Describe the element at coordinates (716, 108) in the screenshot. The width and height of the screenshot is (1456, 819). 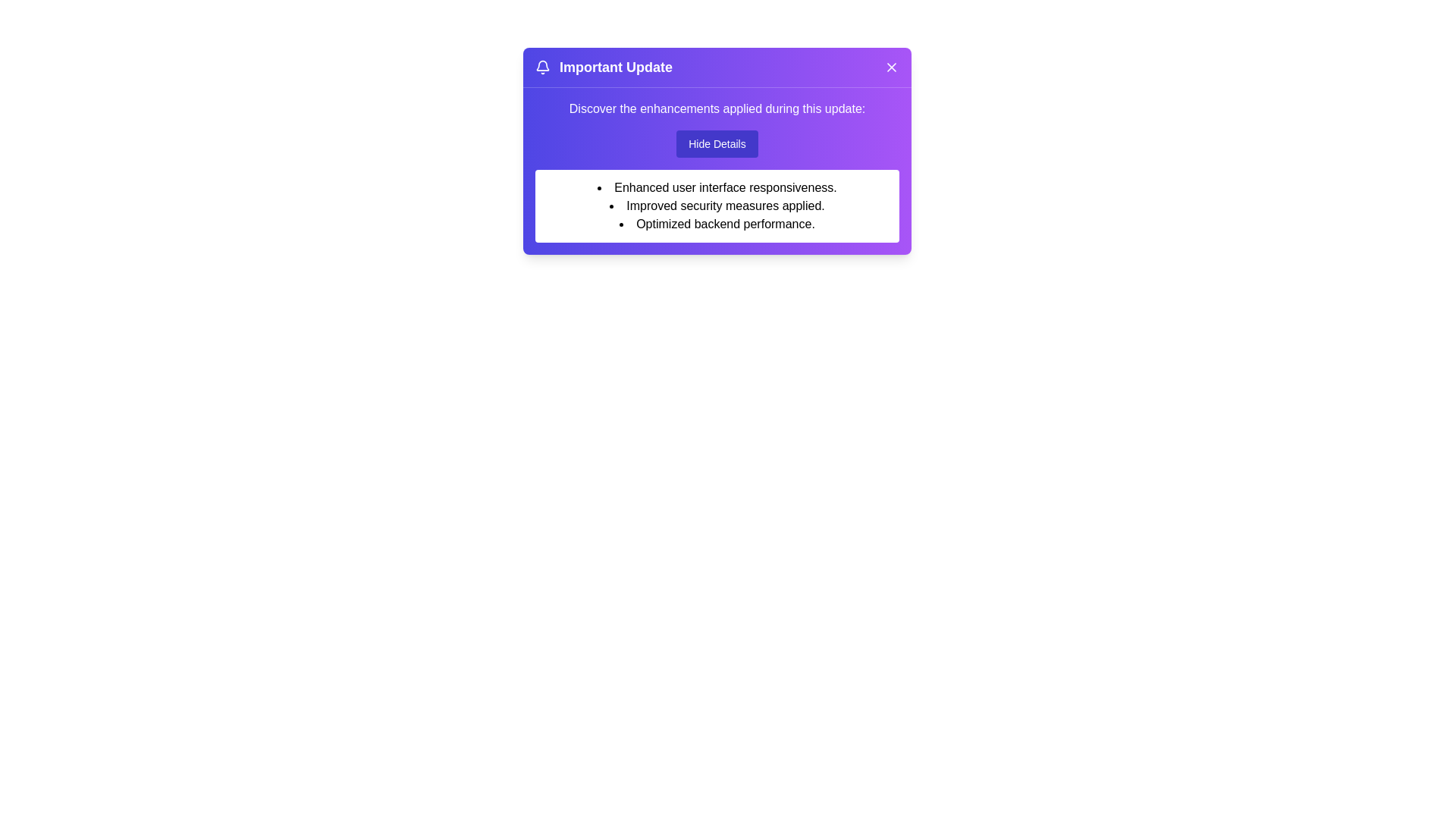
I see `the text 'Discover the enhancements applied during this update:'` at that location.